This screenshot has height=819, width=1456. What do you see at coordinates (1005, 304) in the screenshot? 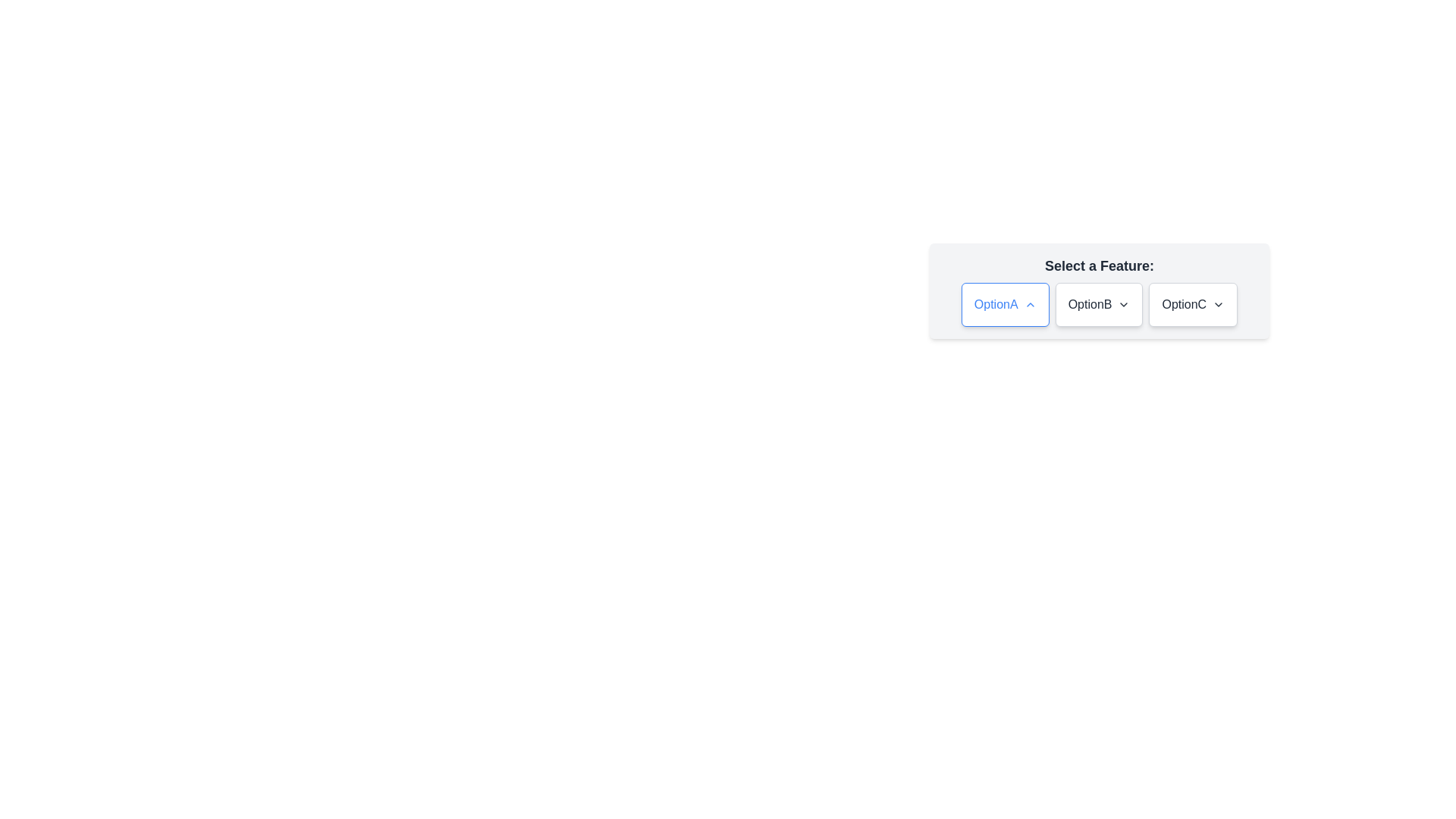
I see `the 'OptionA' button, which is a rectangular button with a white background, blue border, and rounded corners, displaying the text 'OptionA' in blue on the left with an upward-pointing chevron icon` at bounding box center [1005, 304].